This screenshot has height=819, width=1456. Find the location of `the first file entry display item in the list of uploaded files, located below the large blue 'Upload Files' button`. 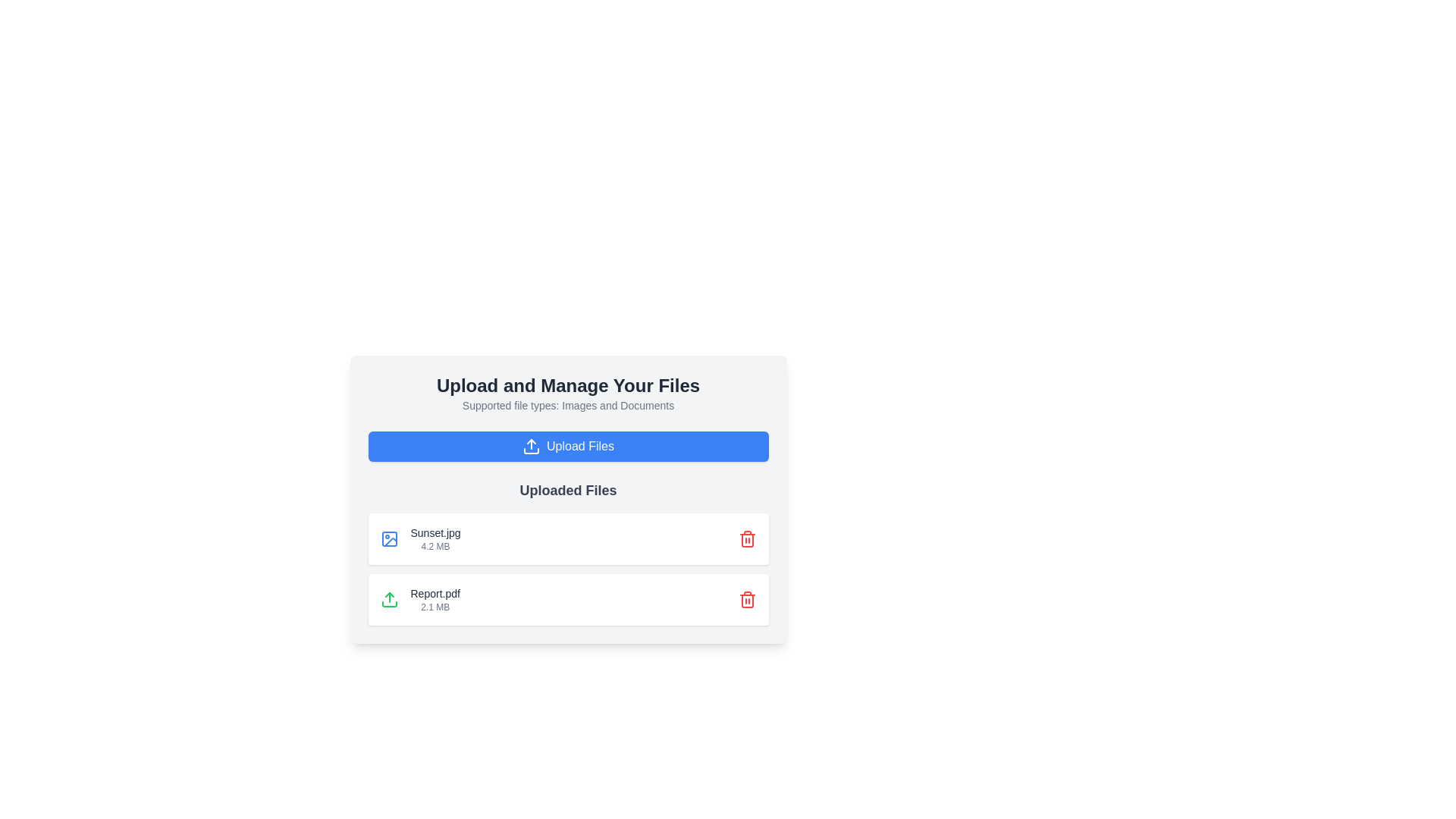

the first file entry display item in the list of uploaded files, located below the large blue 'Upload Files' button is located at coordinates (420, 538).